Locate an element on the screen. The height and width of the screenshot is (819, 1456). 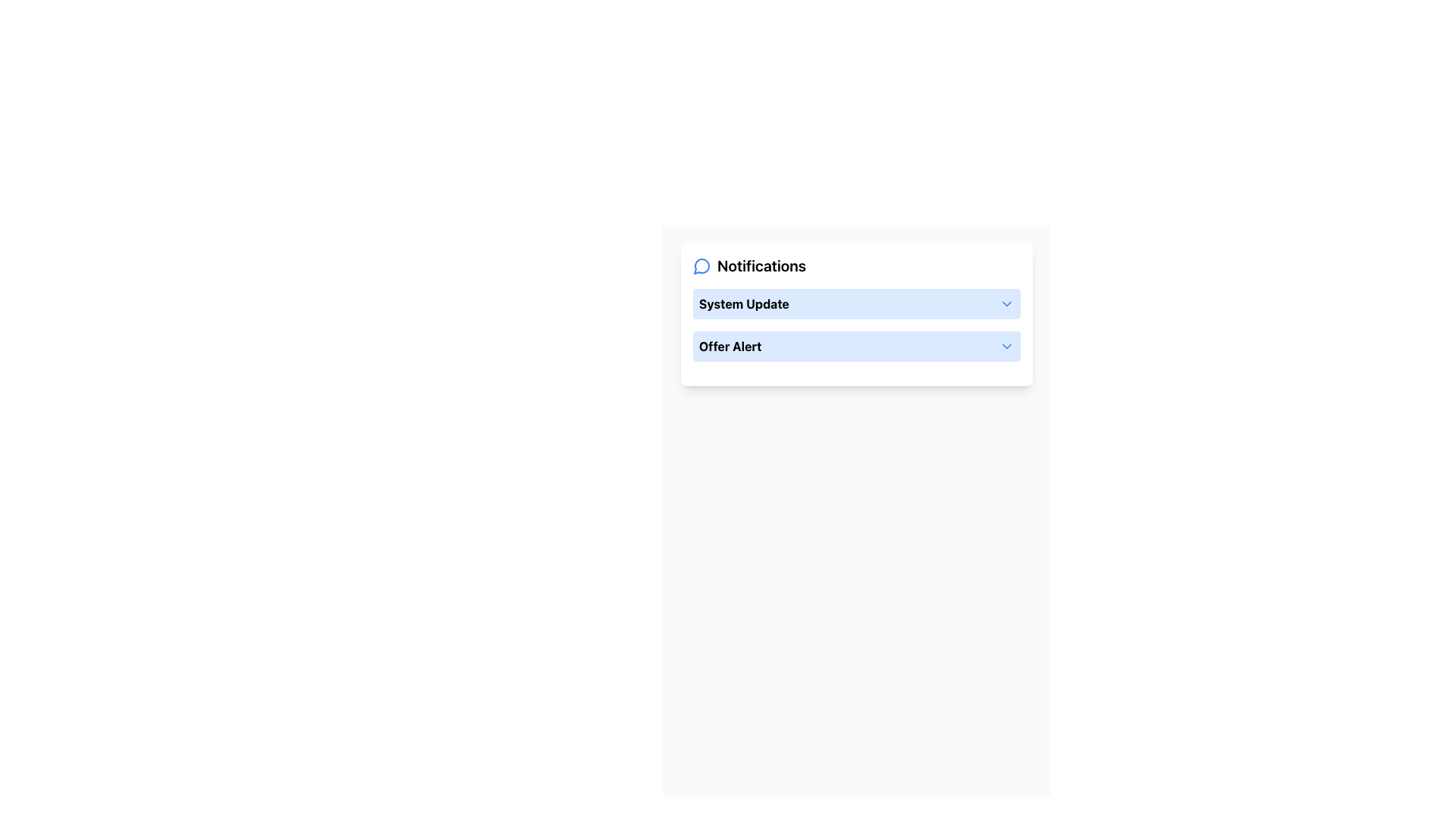
the bold textual label reading 'Notifications', which is prominently styled and positioned next to a speech bubble icon in the notification panel is located at coordinates (761, 265).